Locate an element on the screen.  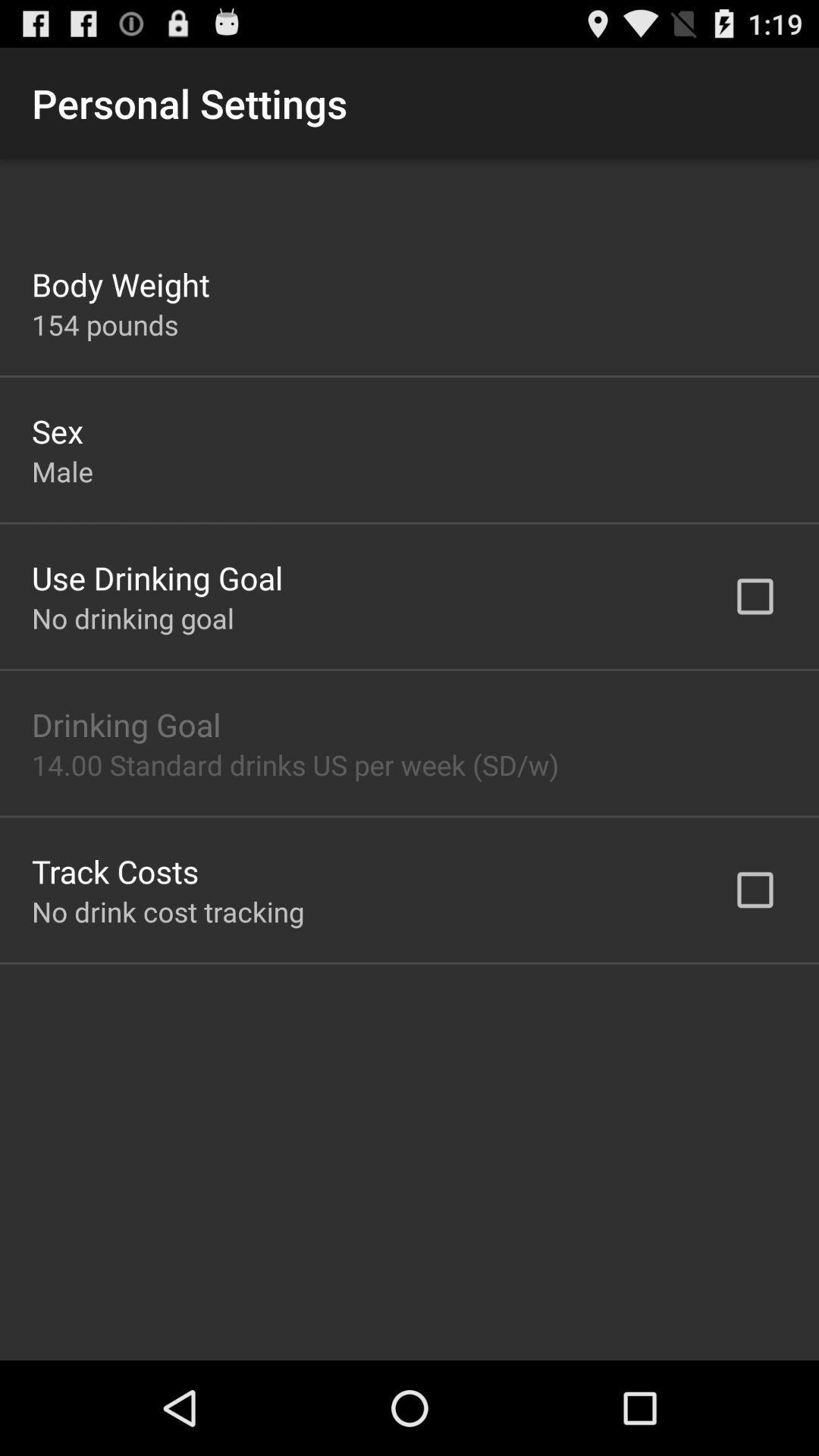
the icon at the center is located at coordinates (295, 764).